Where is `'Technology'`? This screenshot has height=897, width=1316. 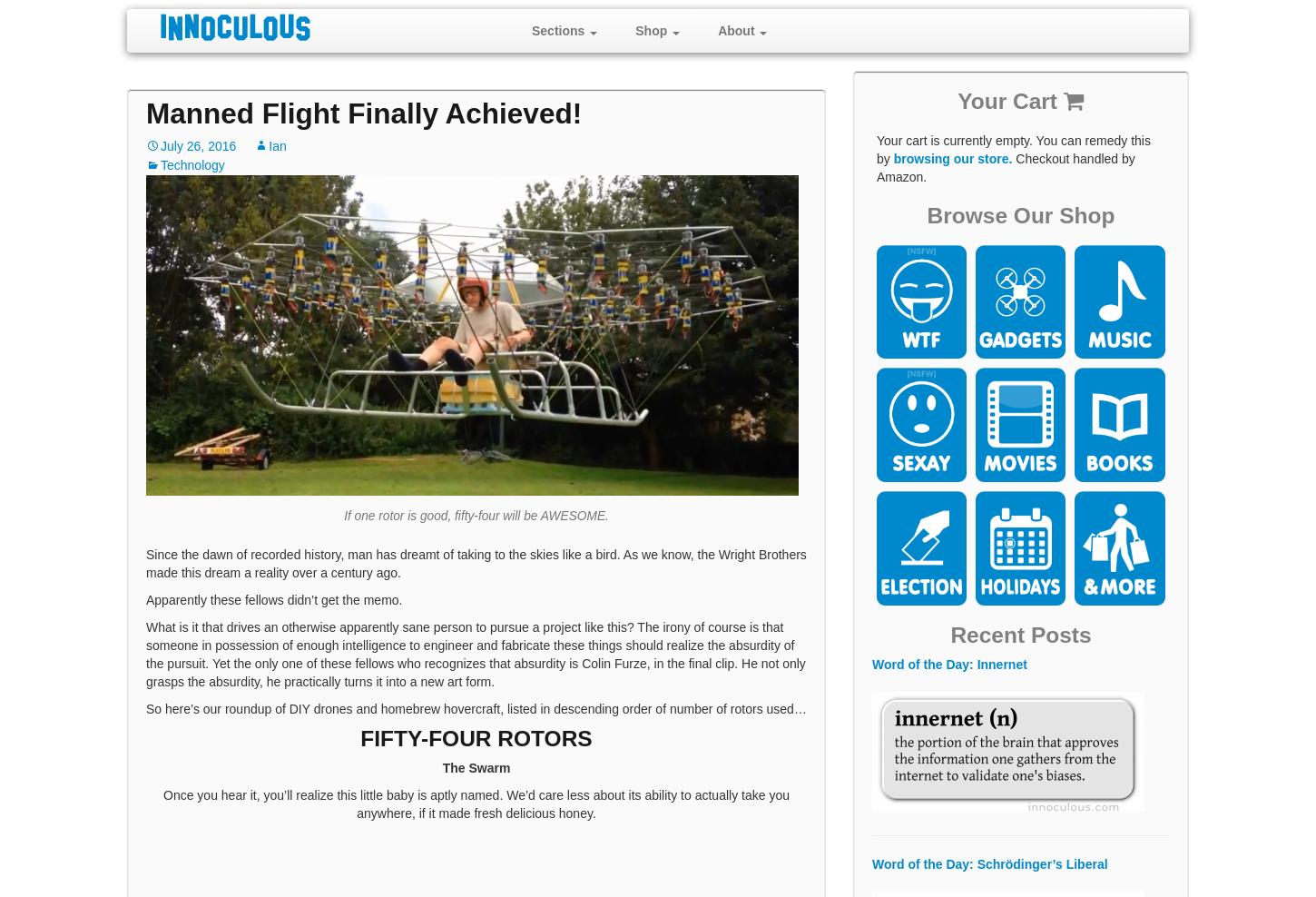
'Technology' is located at coordinates (191, 163).